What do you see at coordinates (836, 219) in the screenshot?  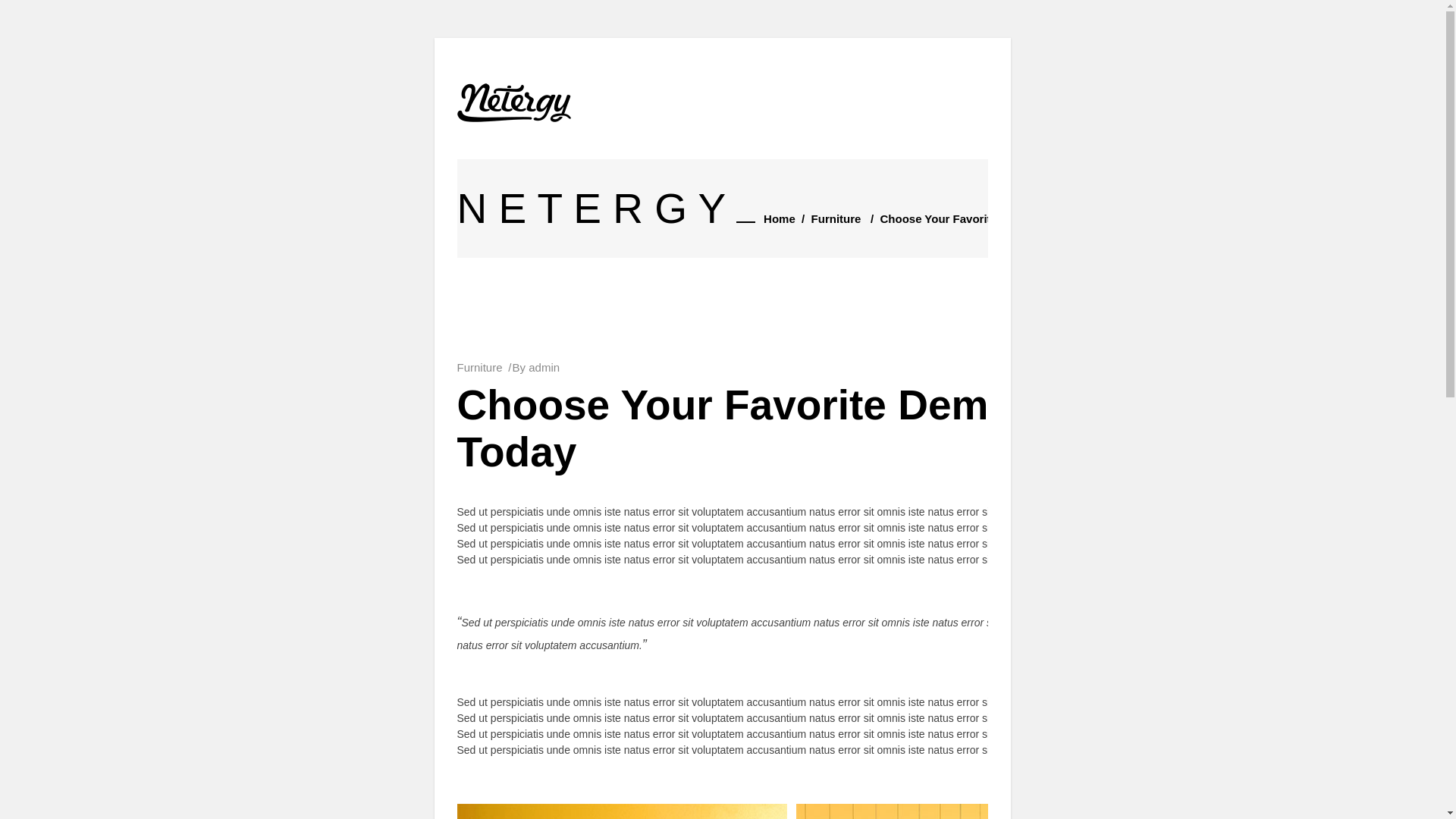 I see `'Furniture'` at bounding box center [836, 219].